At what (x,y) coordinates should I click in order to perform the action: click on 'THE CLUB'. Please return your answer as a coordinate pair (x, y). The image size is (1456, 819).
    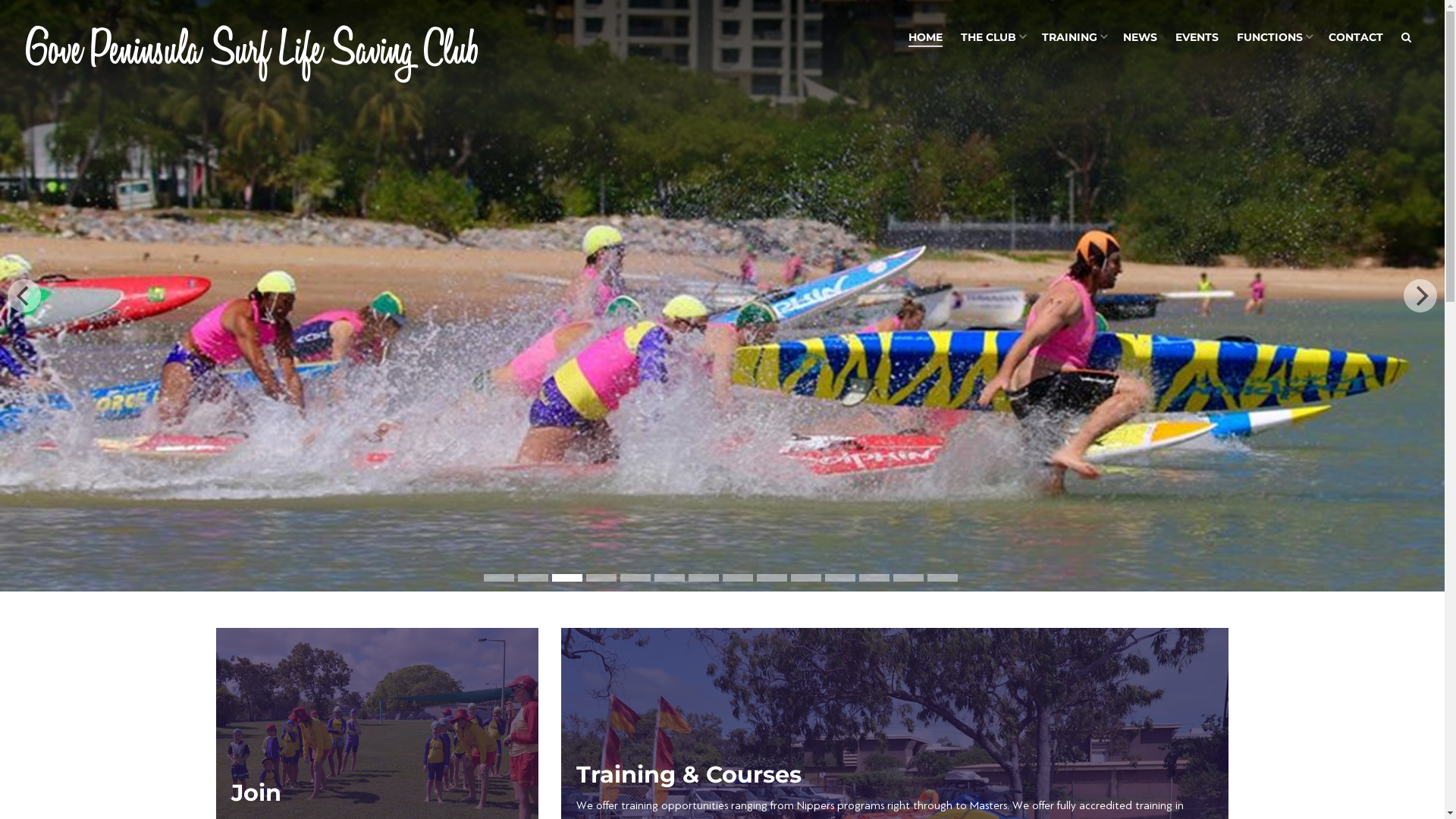
    Looking at the image, I should click on (950, 36).